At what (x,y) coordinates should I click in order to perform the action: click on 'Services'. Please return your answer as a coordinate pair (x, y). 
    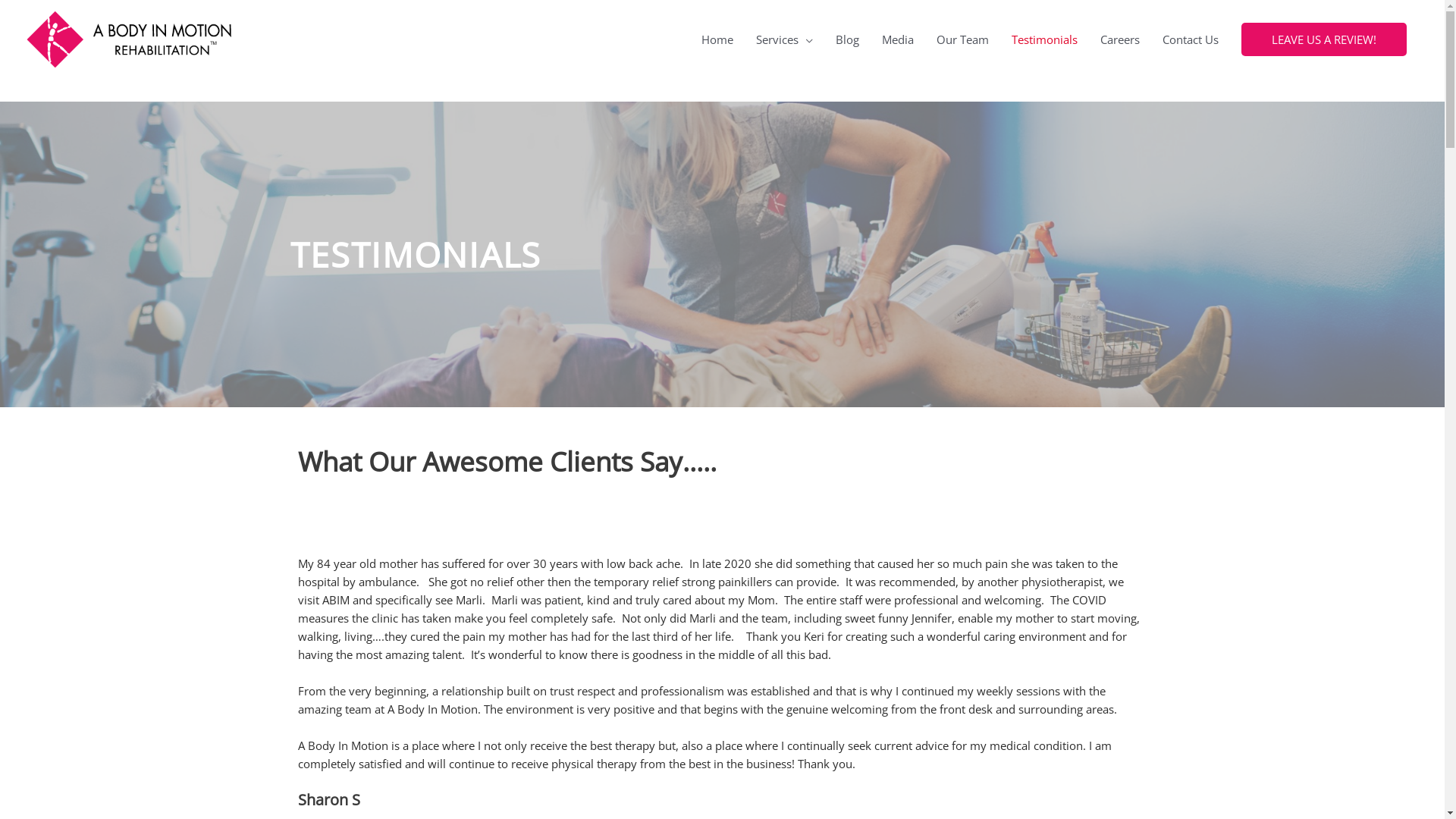
    Looking at the image, I should click on (745, 38).